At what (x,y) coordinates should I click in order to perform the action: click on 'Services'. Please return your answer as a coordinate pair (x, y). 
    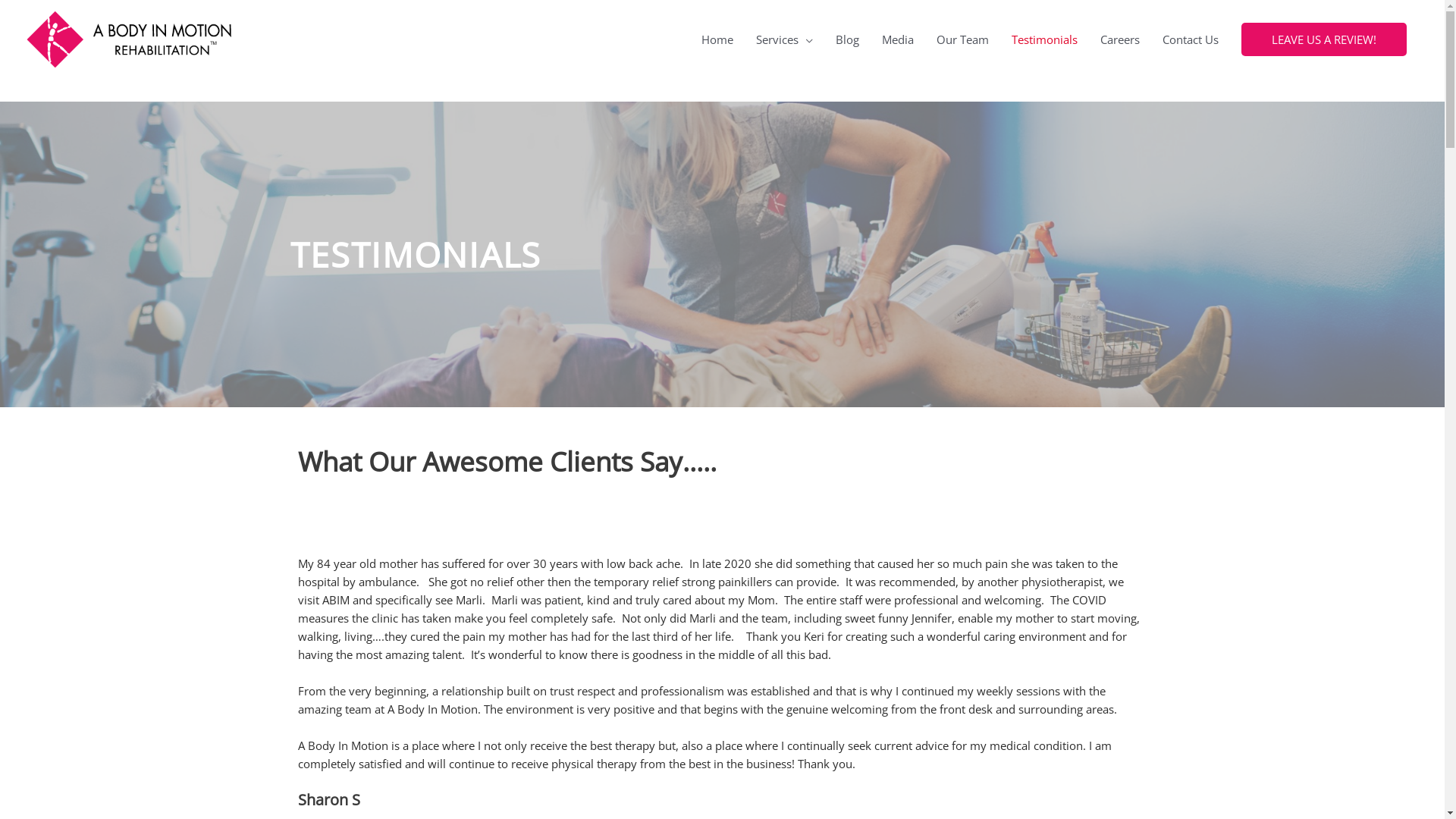
    Looking at the image, I should click on (745, 38).